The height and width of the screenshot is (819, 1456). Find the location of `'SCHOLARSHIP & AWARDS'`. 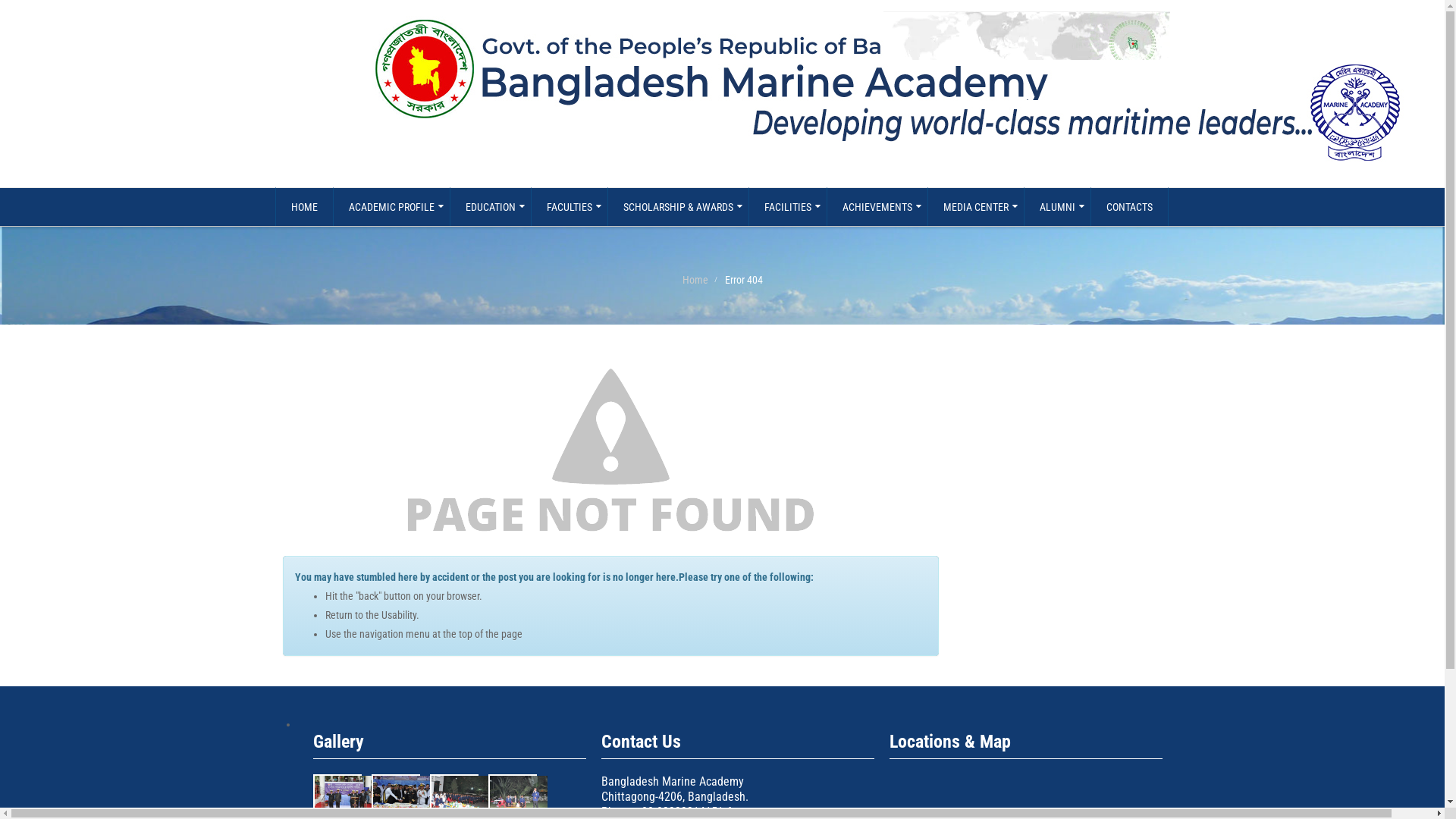

'SCHOLARSHIP & AWARDS' is located at coordinates (676, 207).